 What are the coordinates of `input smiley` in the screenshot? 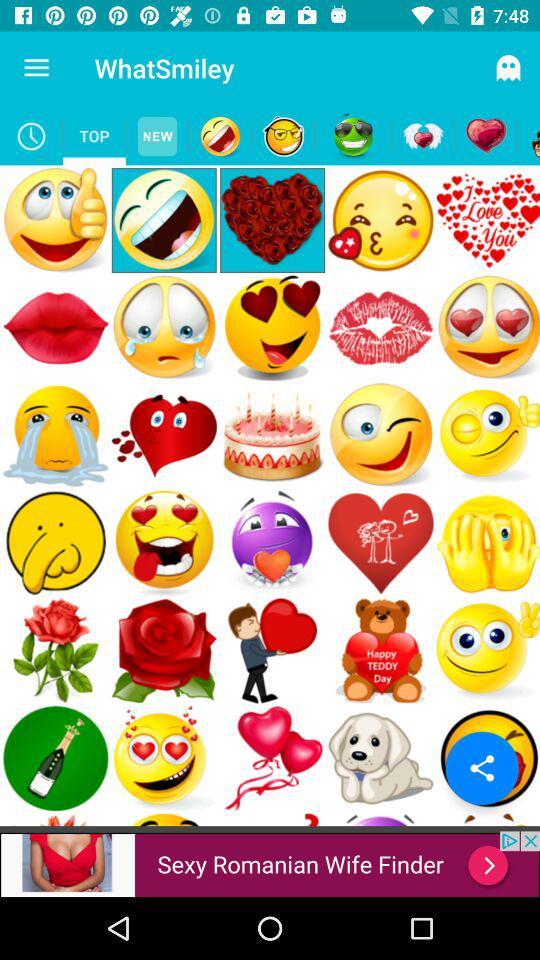 It's located at (219, 135).